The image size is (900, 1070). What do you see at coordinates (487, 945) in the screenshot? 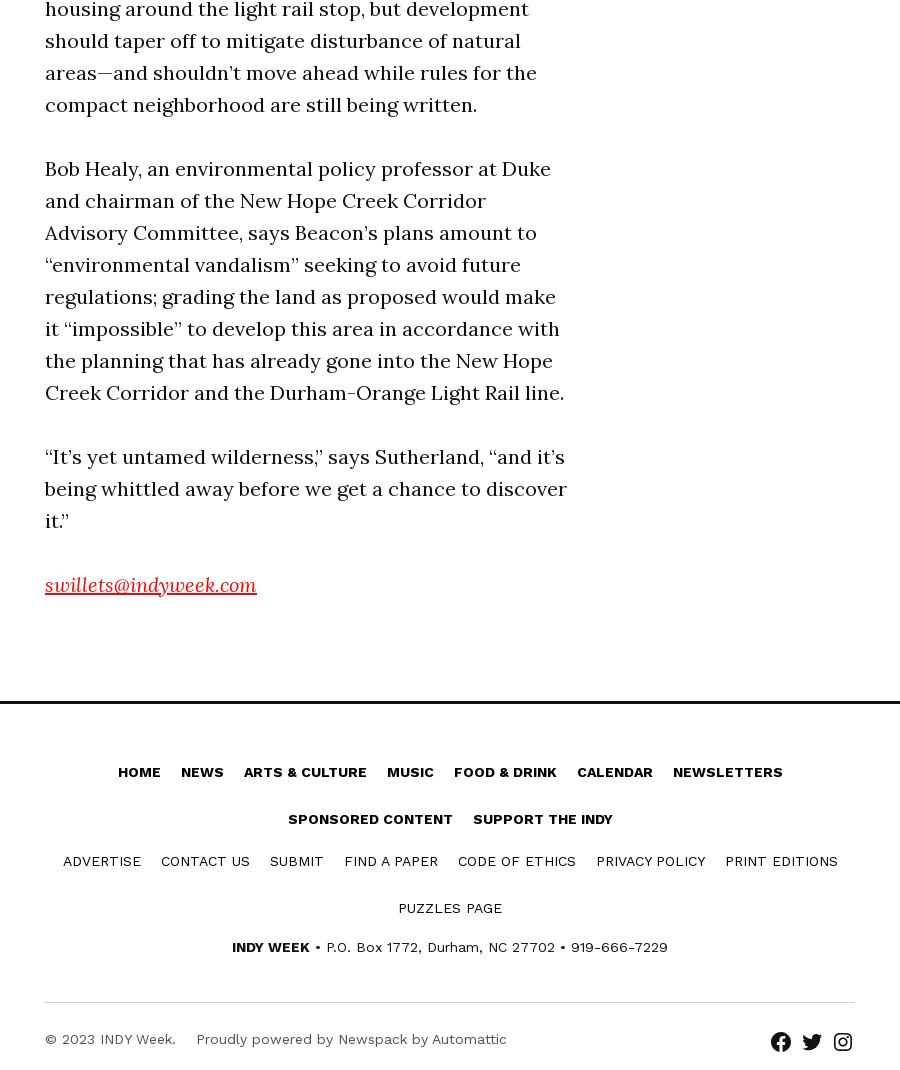
I see `'• P.O. Box 1772, Durham, NC 27702 • 919-666-7229'` at bounding box center [487, 945].